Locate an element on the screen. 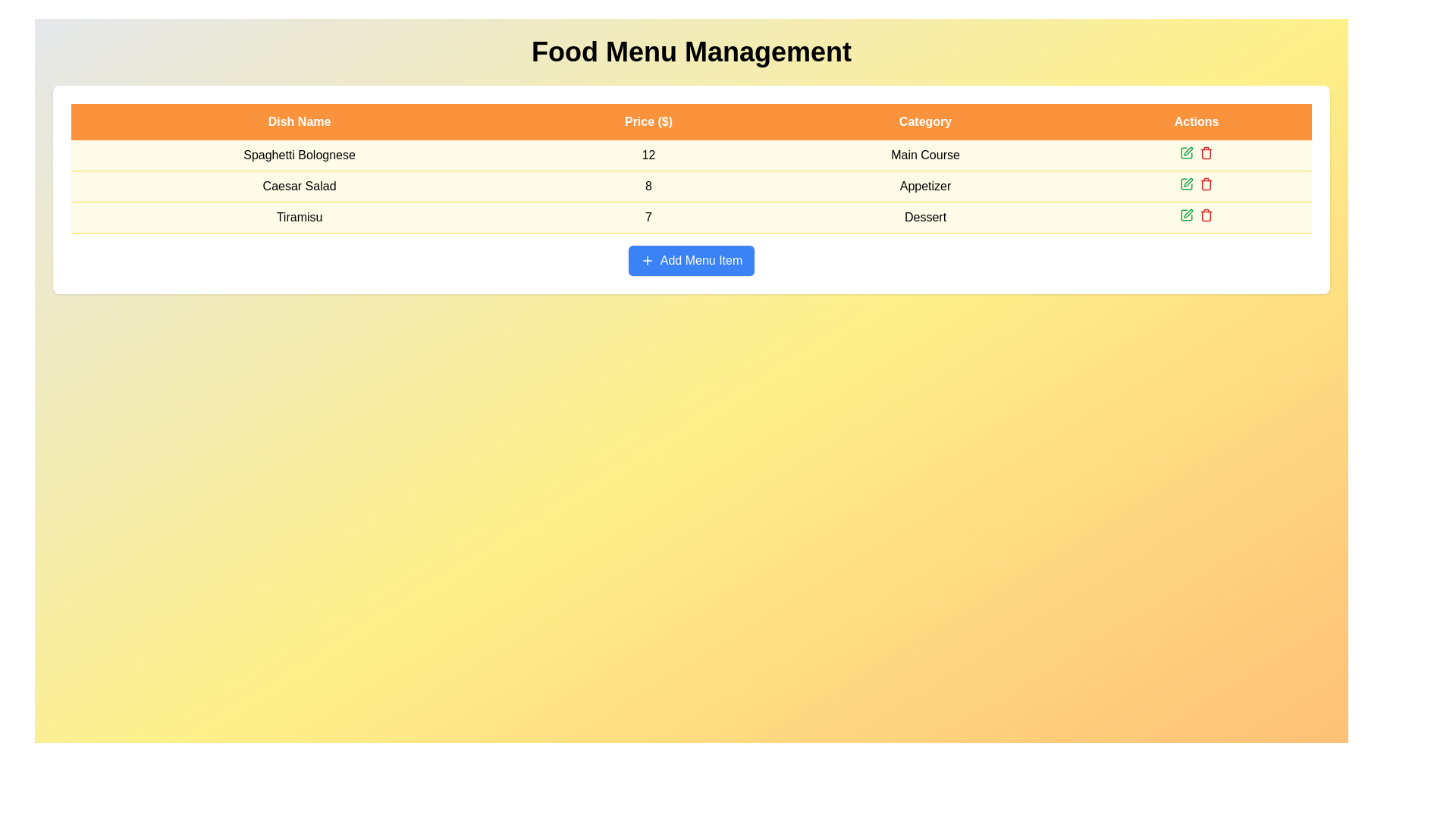  the static text label displaying 'Dessert' located in the 'Category' column of the third row of the table is located at coordinates (924, 217).